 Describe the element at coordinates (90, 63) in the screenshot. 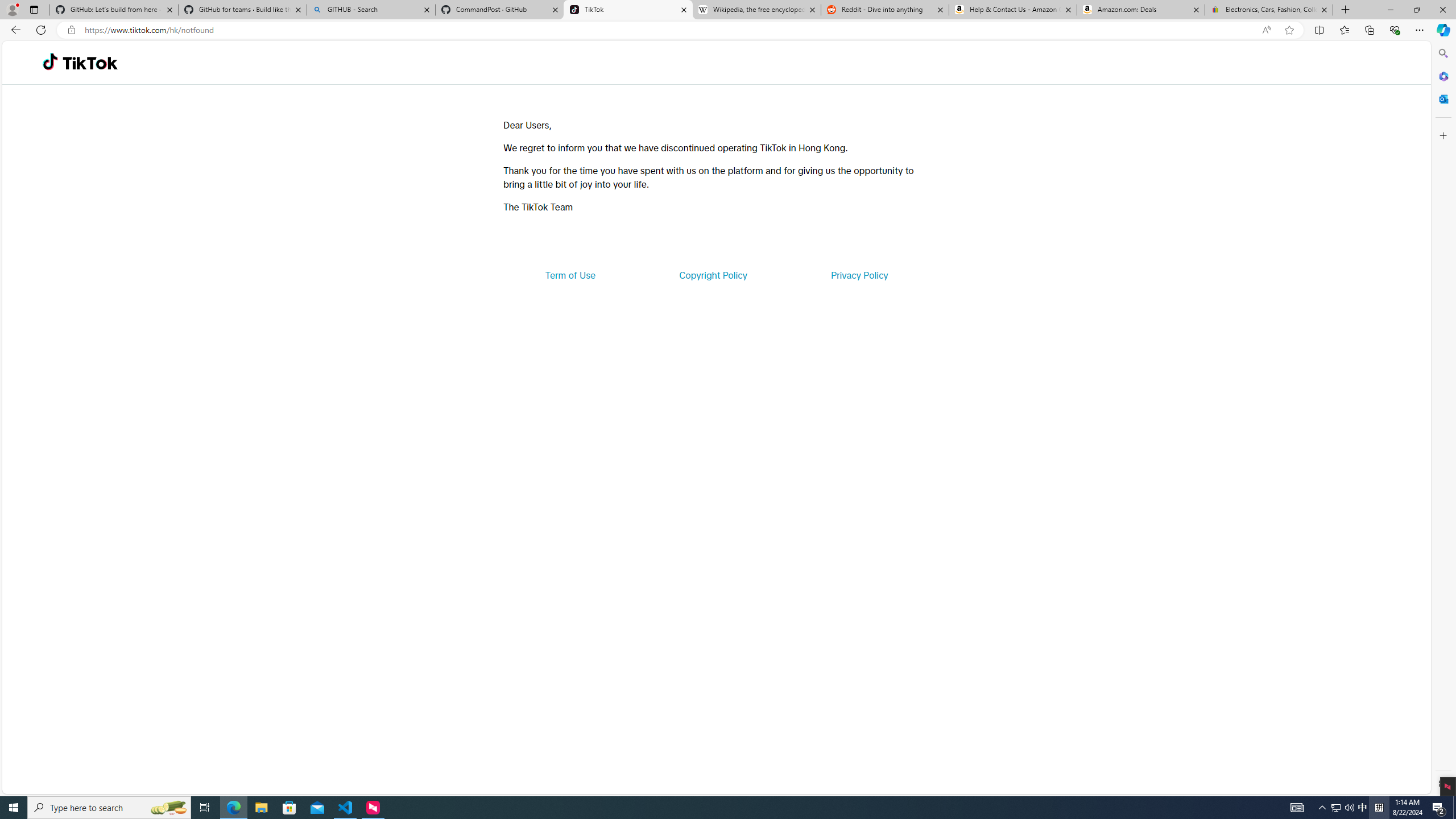

I see `'TikTok'` at that location.